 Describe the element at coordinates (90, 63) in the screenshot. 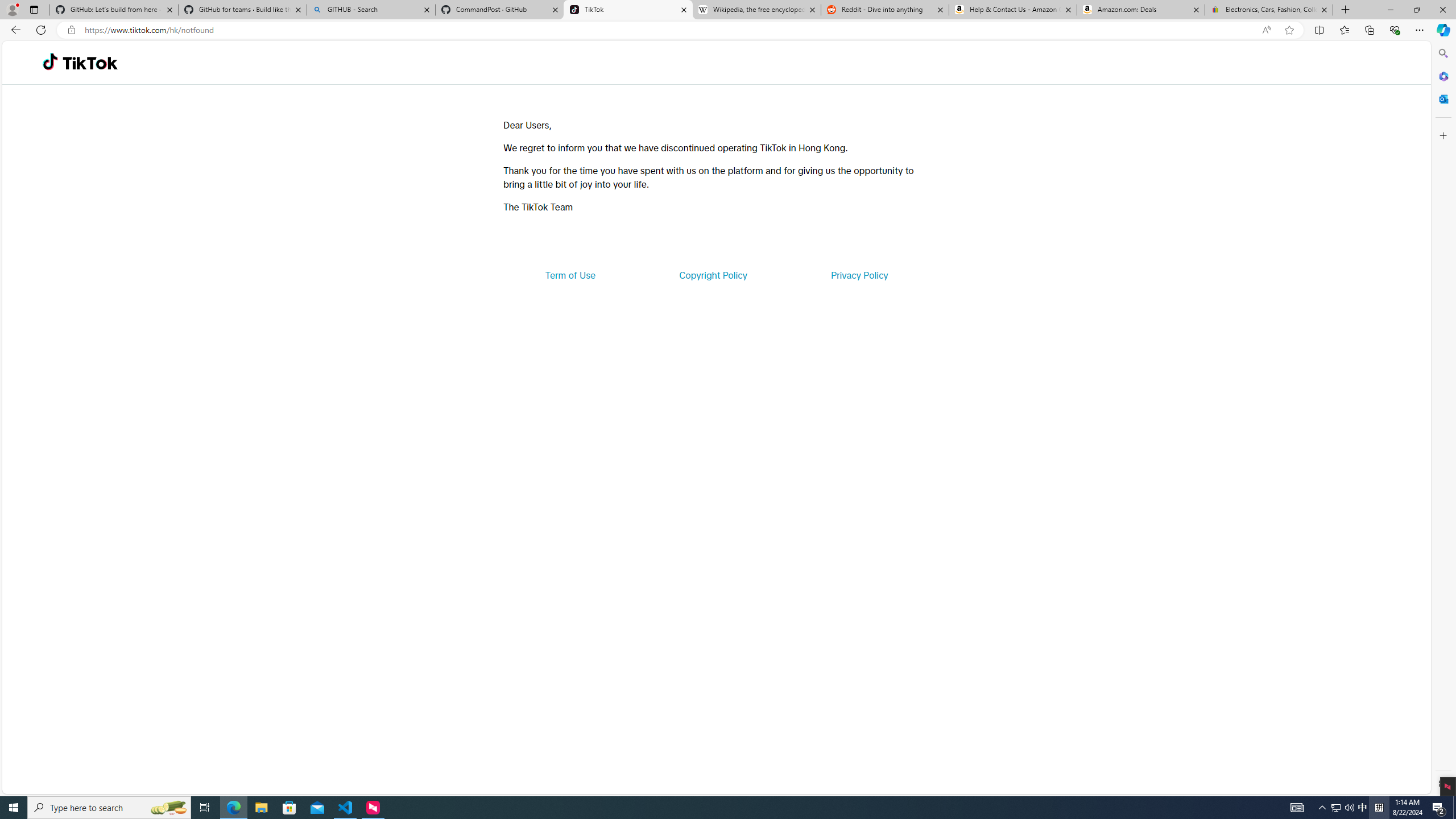

I see `'TikTok'` at that location.